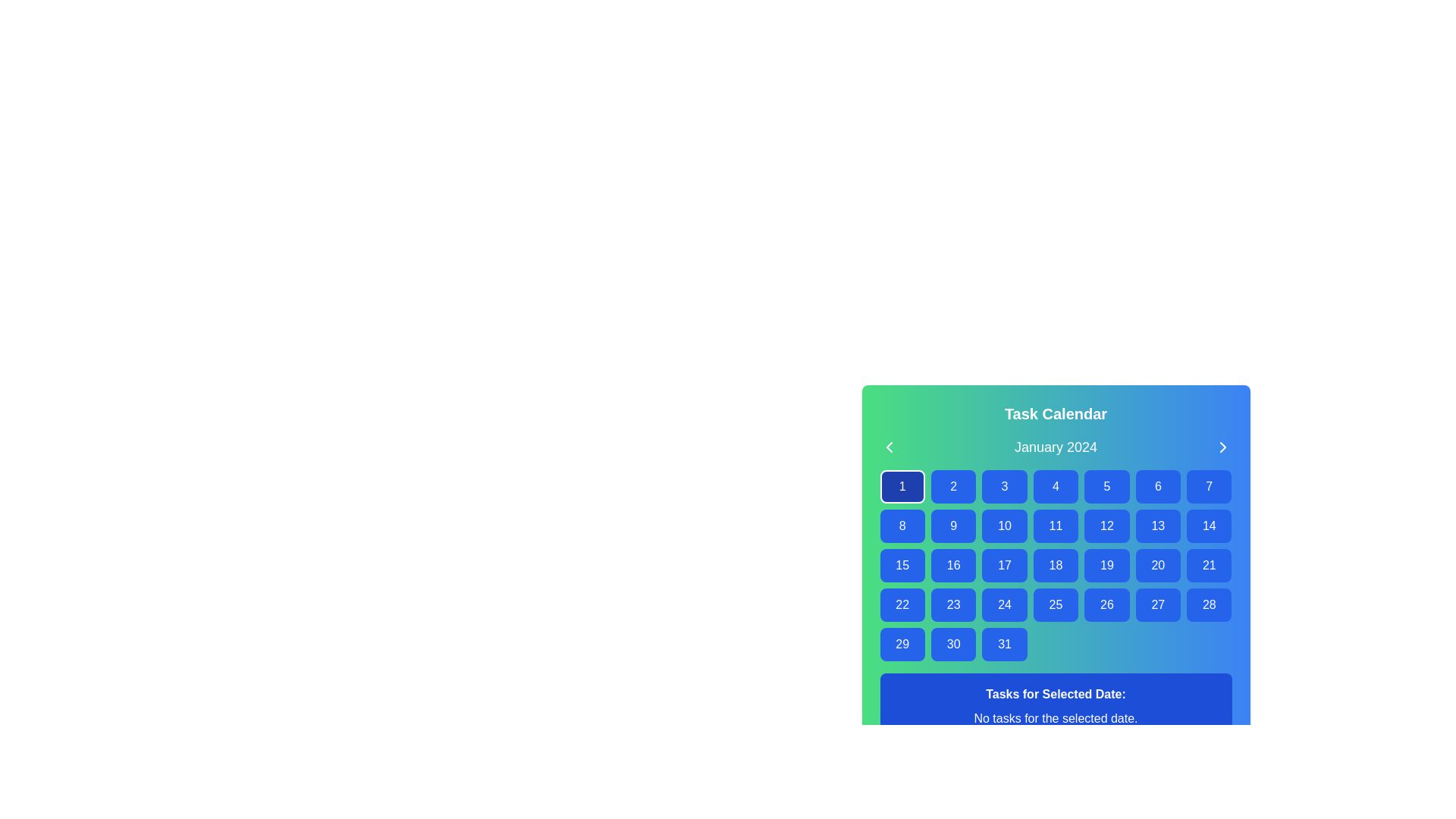 The height and width of the screenshot is (819, 1456). Describe the element at coordinates (1106, 565) in the screenshot. I see `the calendar date button for January 19th, 2024` at that location.